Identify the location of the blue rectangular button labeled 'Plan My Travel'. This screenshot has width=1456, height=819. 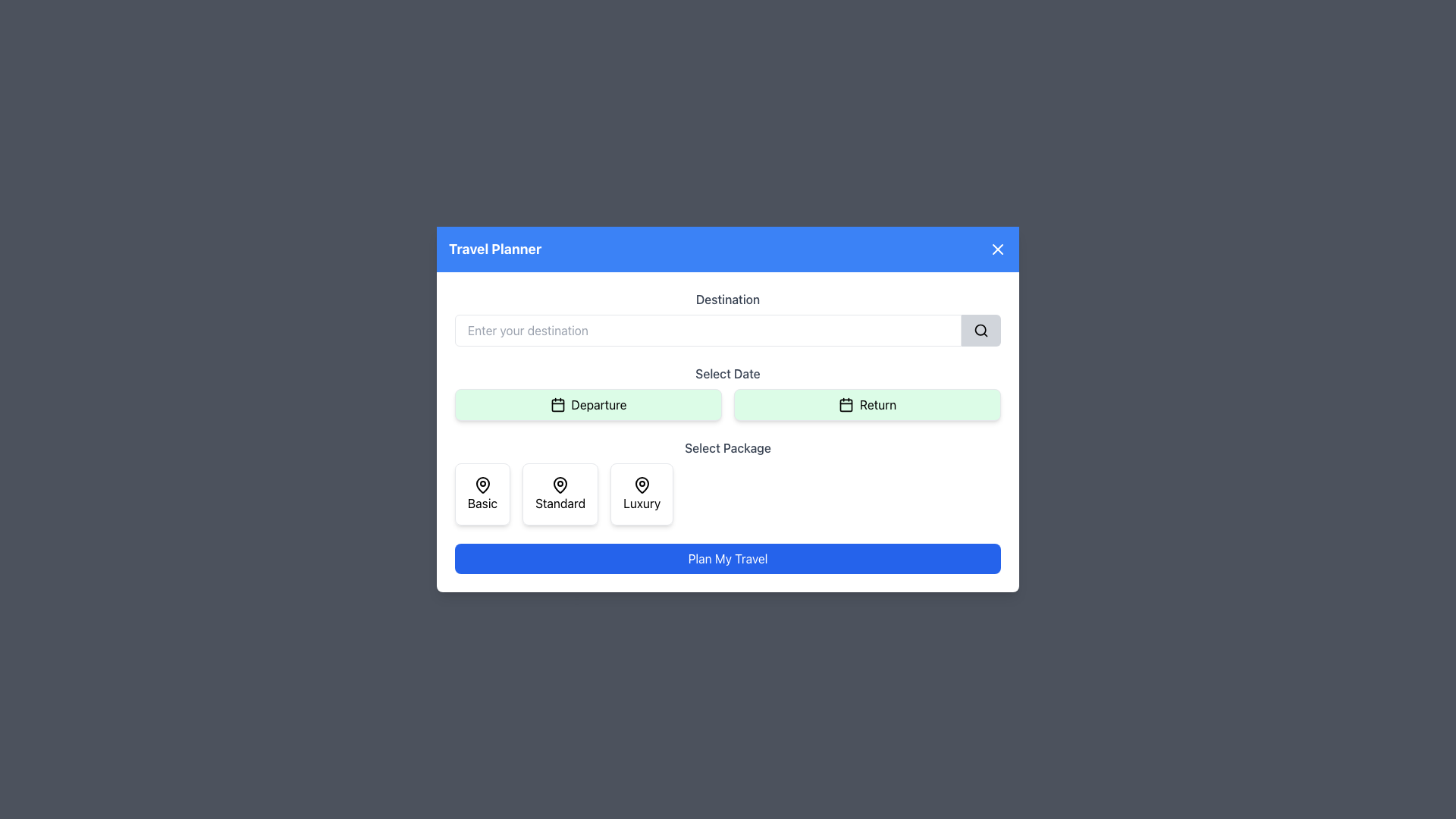
(728, 558).